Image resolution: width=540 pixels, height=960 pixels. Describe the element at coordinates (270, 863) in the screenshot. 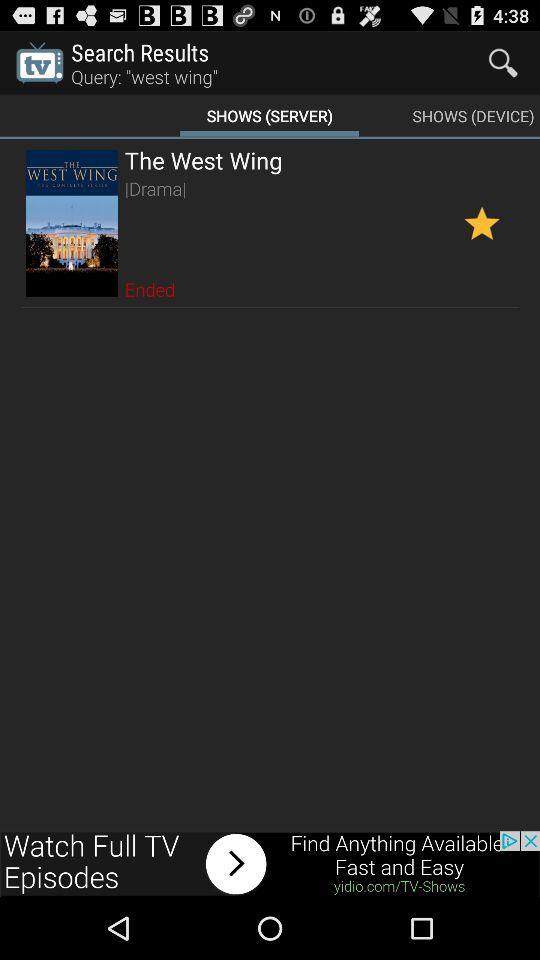

I see `access advertisement` at that location.